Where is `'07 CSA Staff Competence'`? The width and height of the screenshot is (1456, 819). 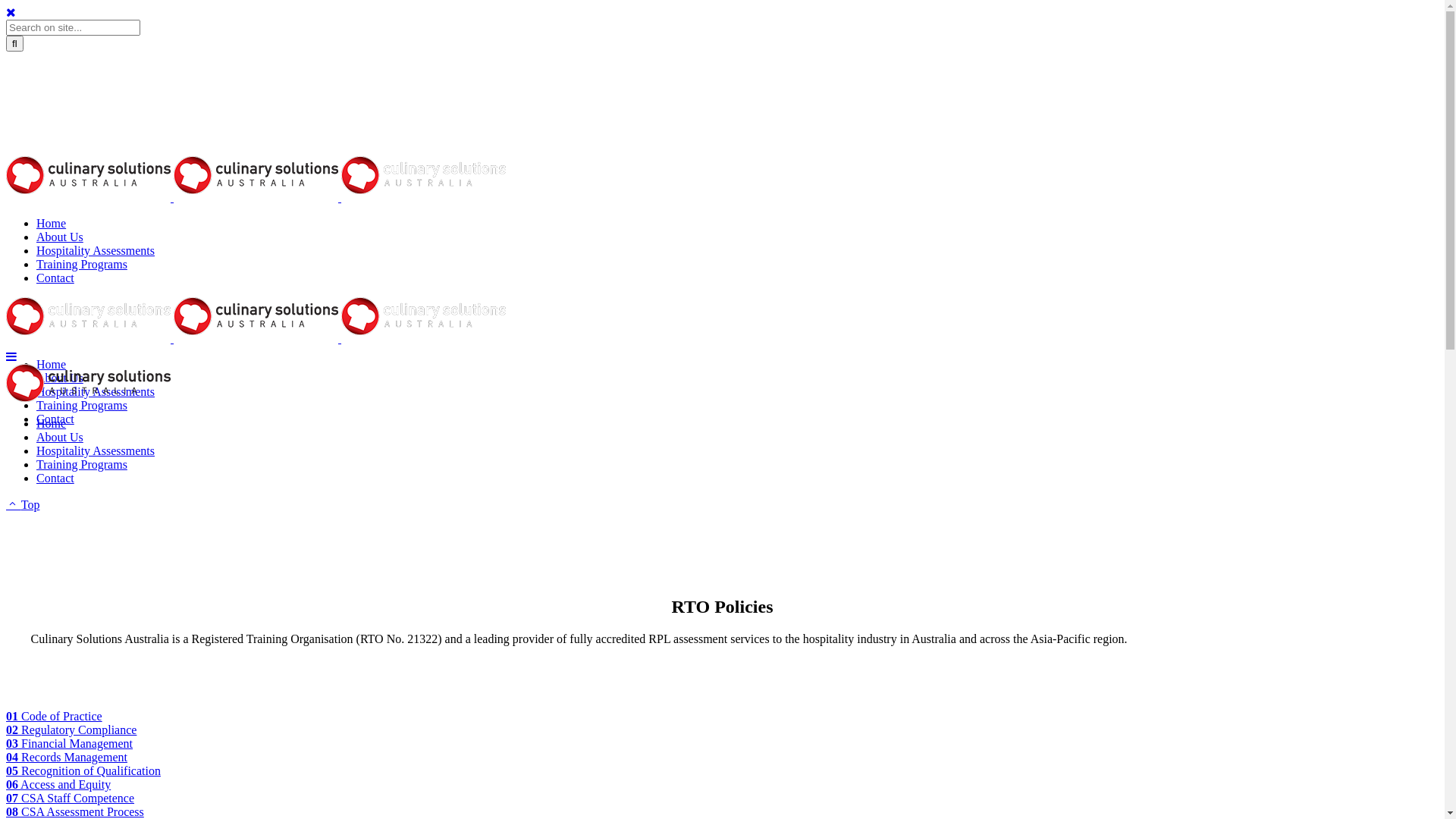
'07 CSA Staff Competence' is located at coordinates (6, 797).